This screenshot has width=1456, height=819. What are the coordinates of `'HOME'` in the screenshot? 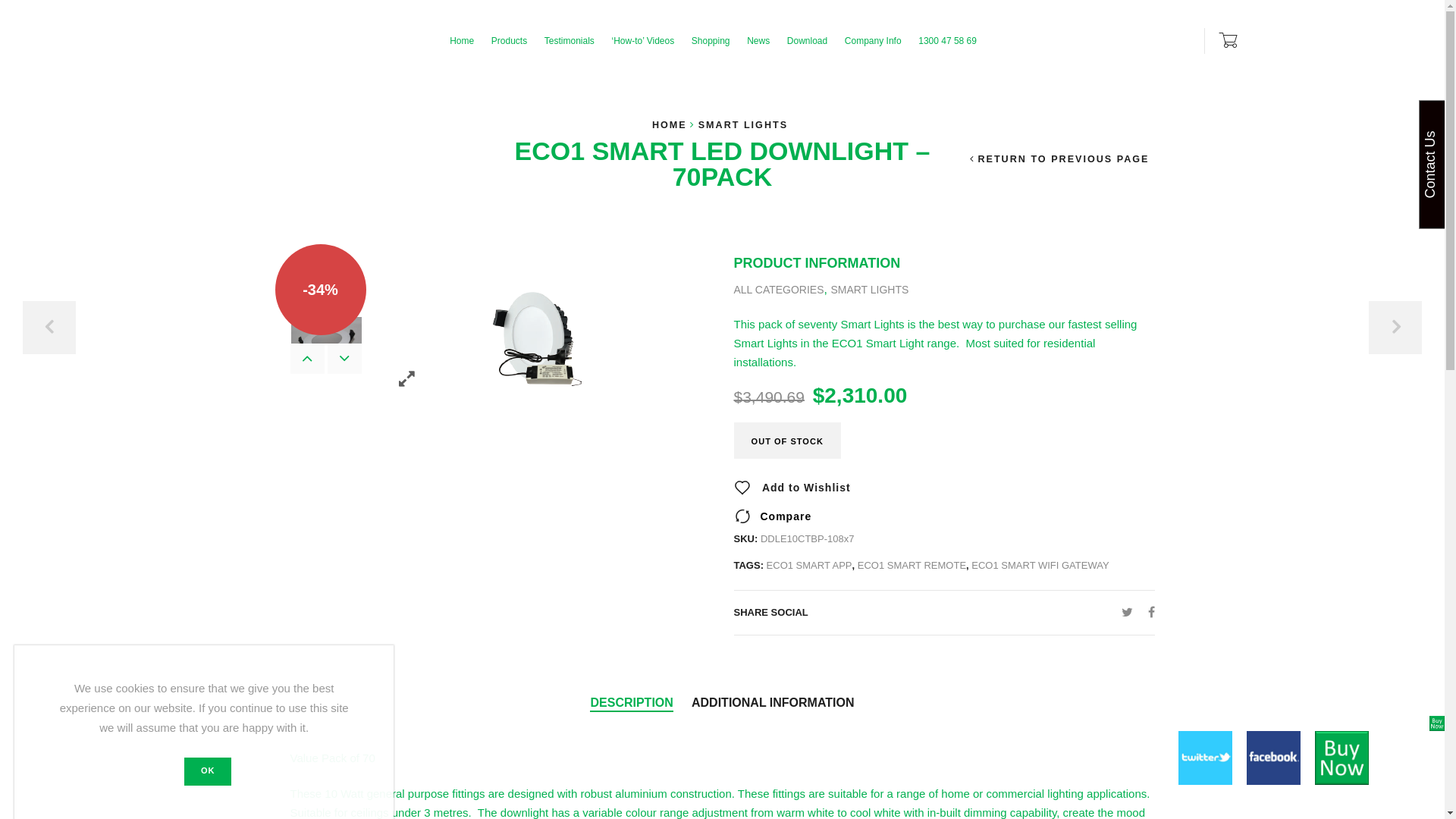 It's located at (669, 124).